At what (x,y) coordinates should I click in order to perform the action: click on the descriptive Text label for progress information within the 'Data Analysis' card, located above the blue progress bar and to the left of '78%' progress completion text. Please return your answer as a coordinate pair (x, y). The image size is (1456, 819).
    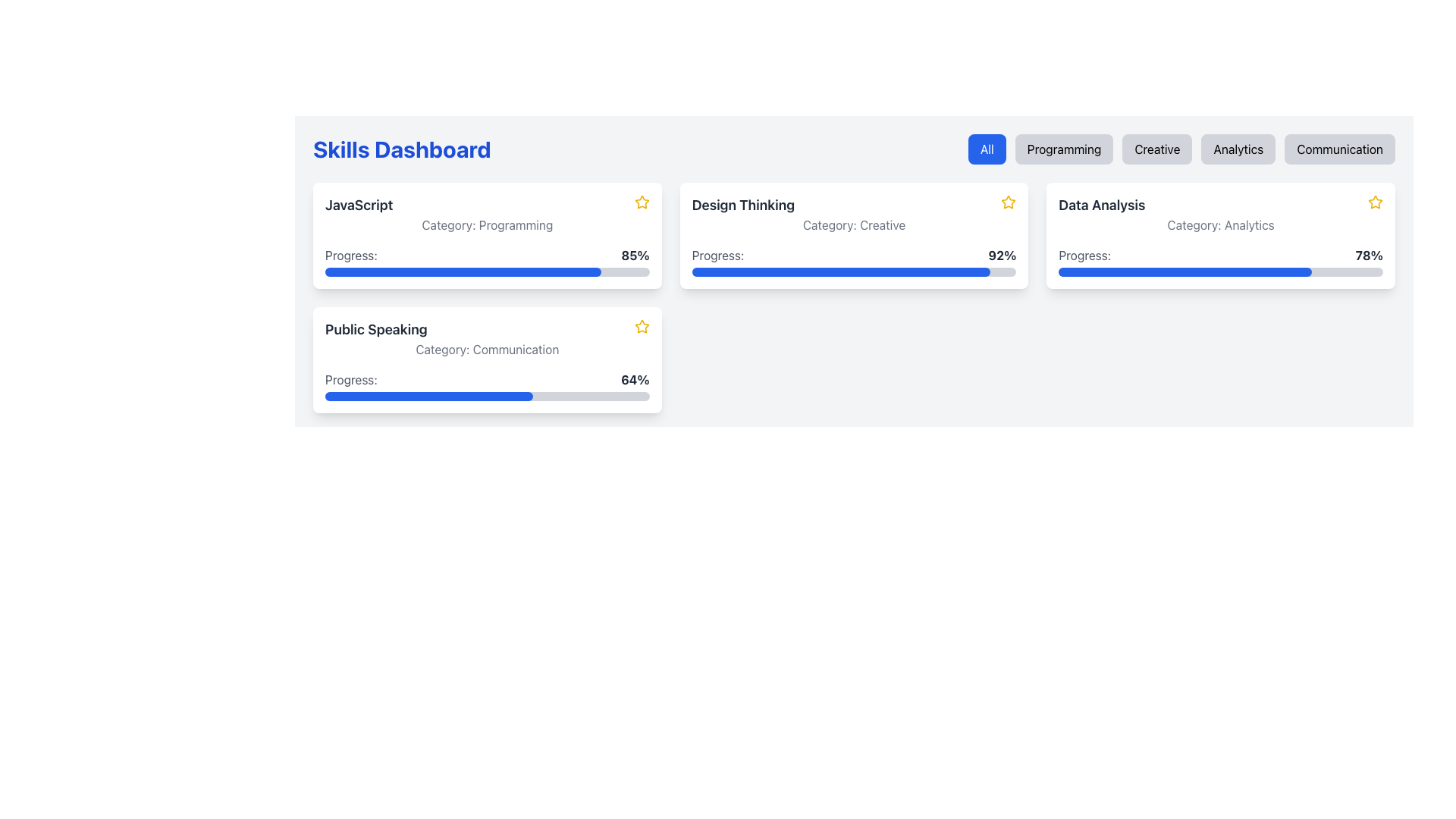
    Looking at the image, I should click on (1084, 254).